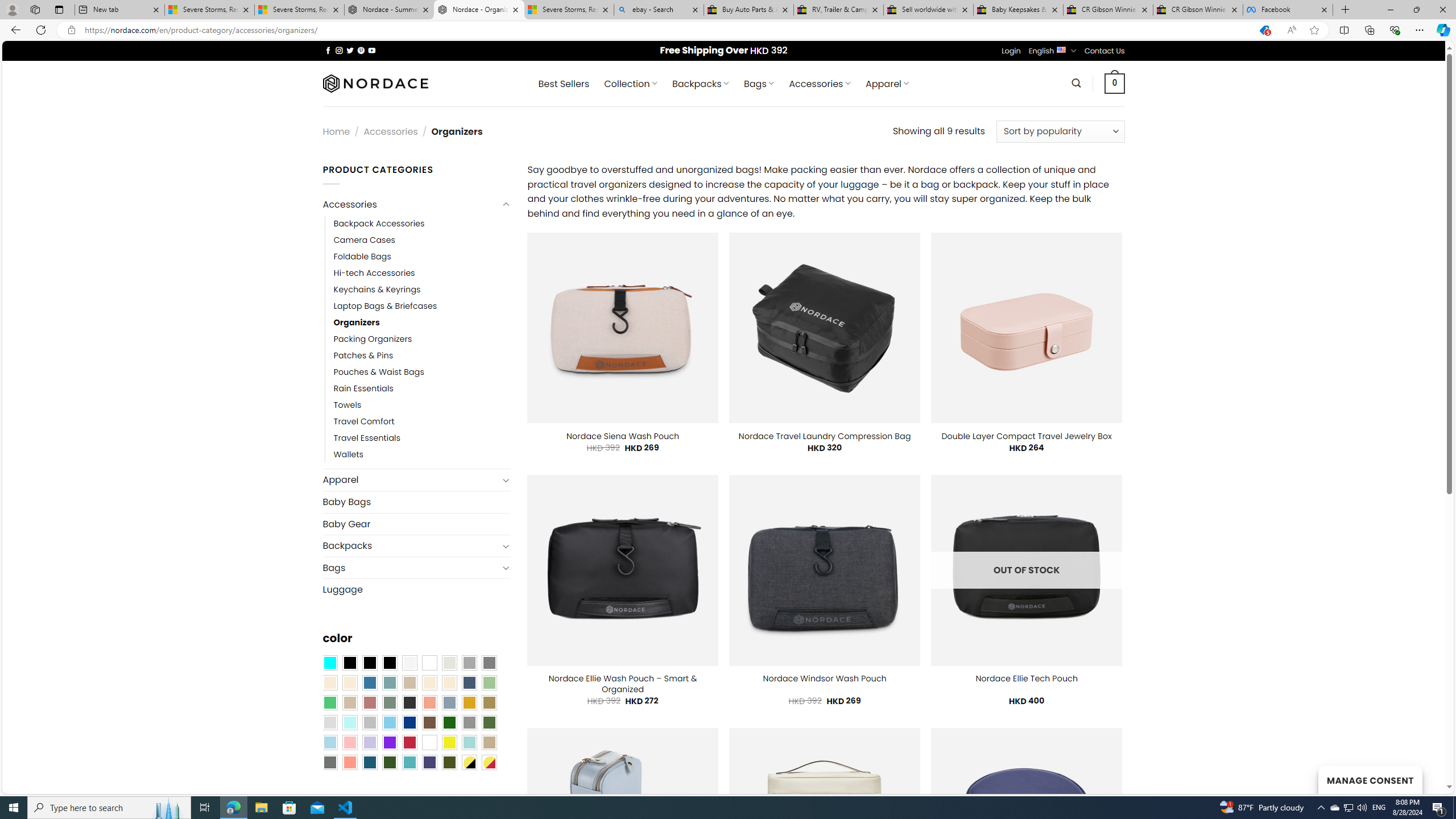 This screenshot has height=819, width=1456. Describe the element at coordinates (421, 257) in the screenshot. I see `'Foldable Bags'` at that location.